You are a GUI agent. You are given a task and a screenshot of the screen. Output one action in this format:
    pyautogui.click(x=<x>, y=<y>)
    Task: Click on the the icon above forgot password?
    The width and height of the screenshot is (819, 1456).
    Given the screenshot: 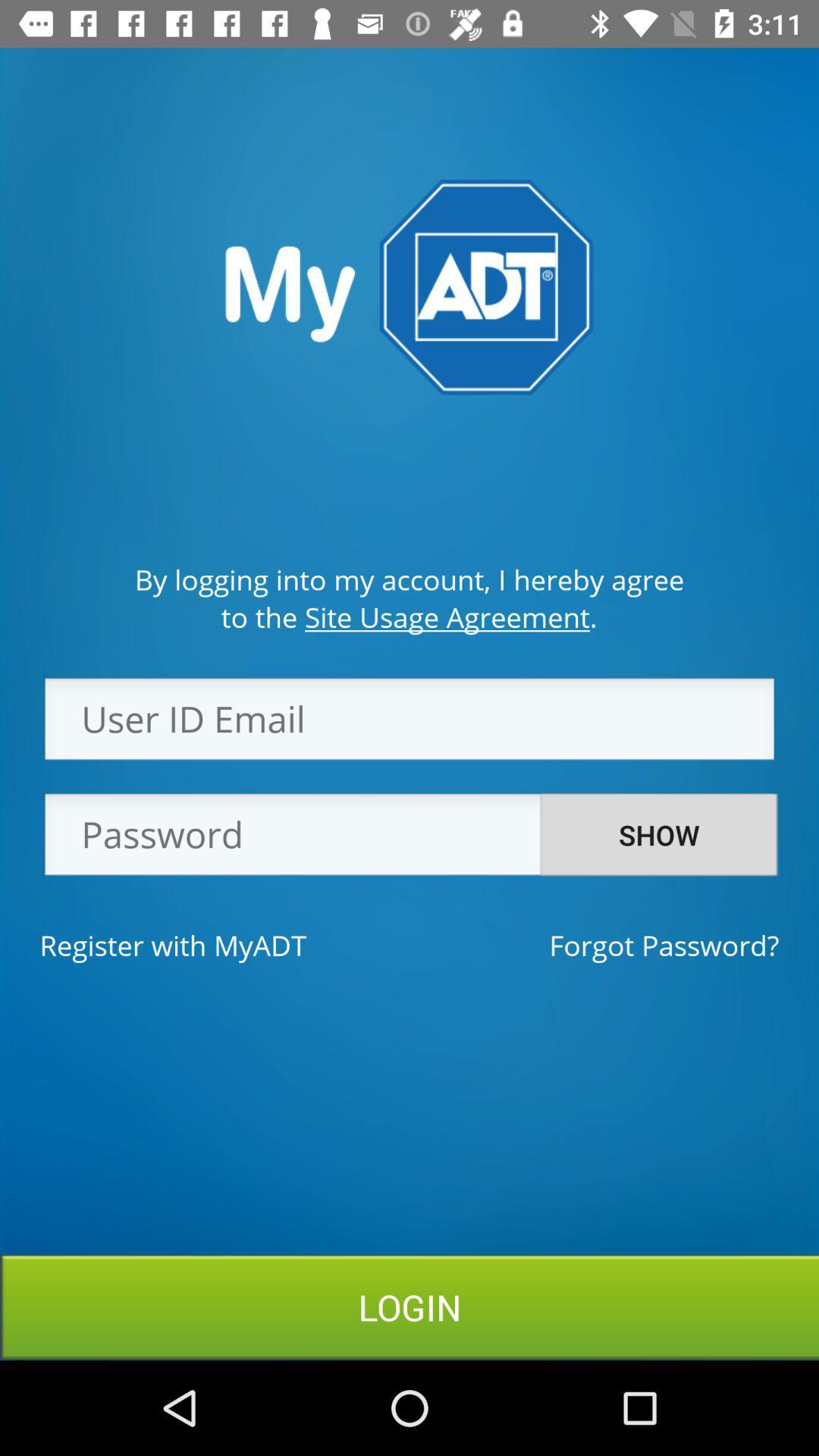 What is the action you would take?
    pyautogui.click(x=658, y=834)
    